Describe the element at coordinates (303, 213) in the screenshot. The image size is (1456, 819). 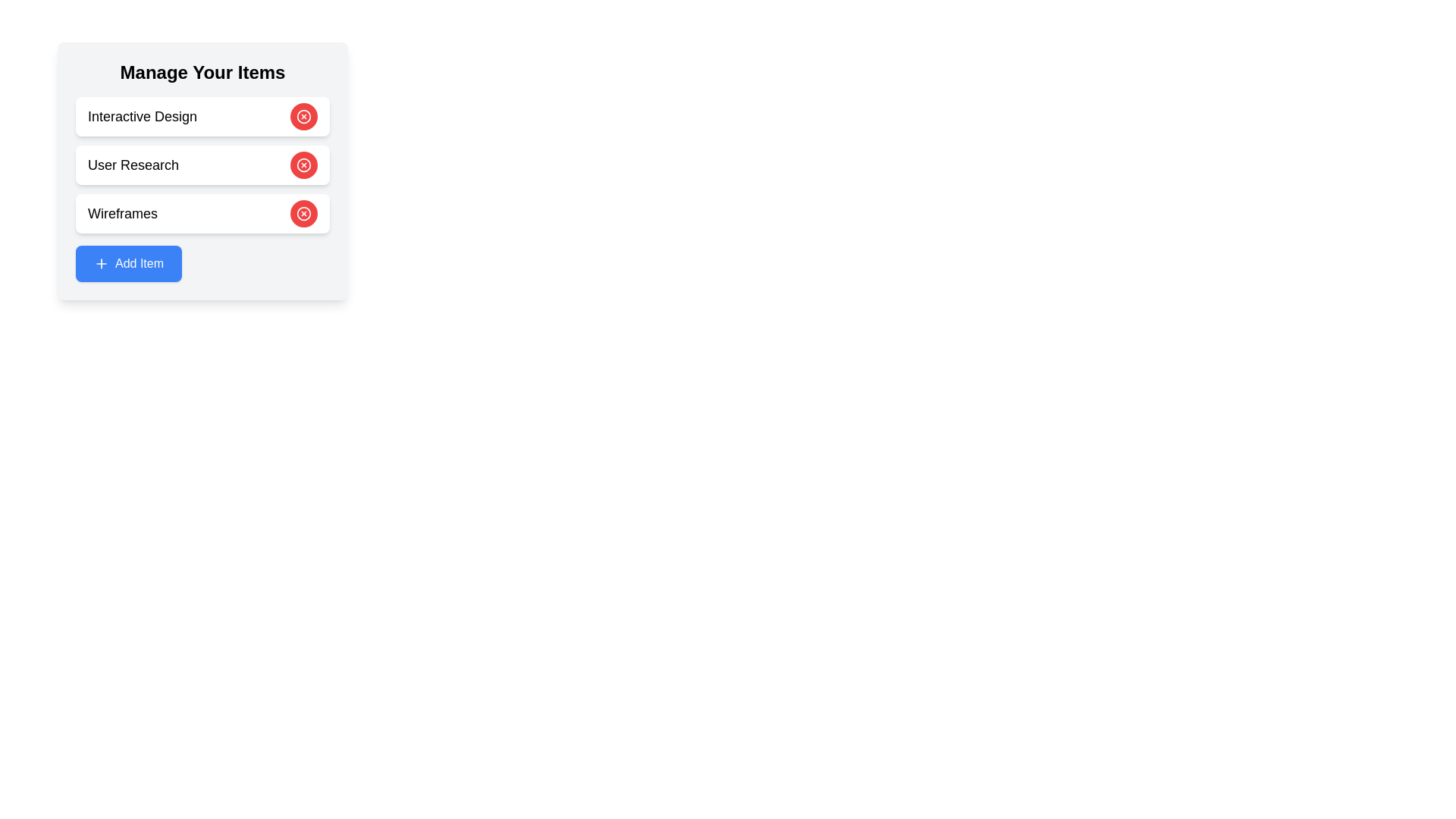
I see `'Remove' button for the item with content Wireframes` at that location.